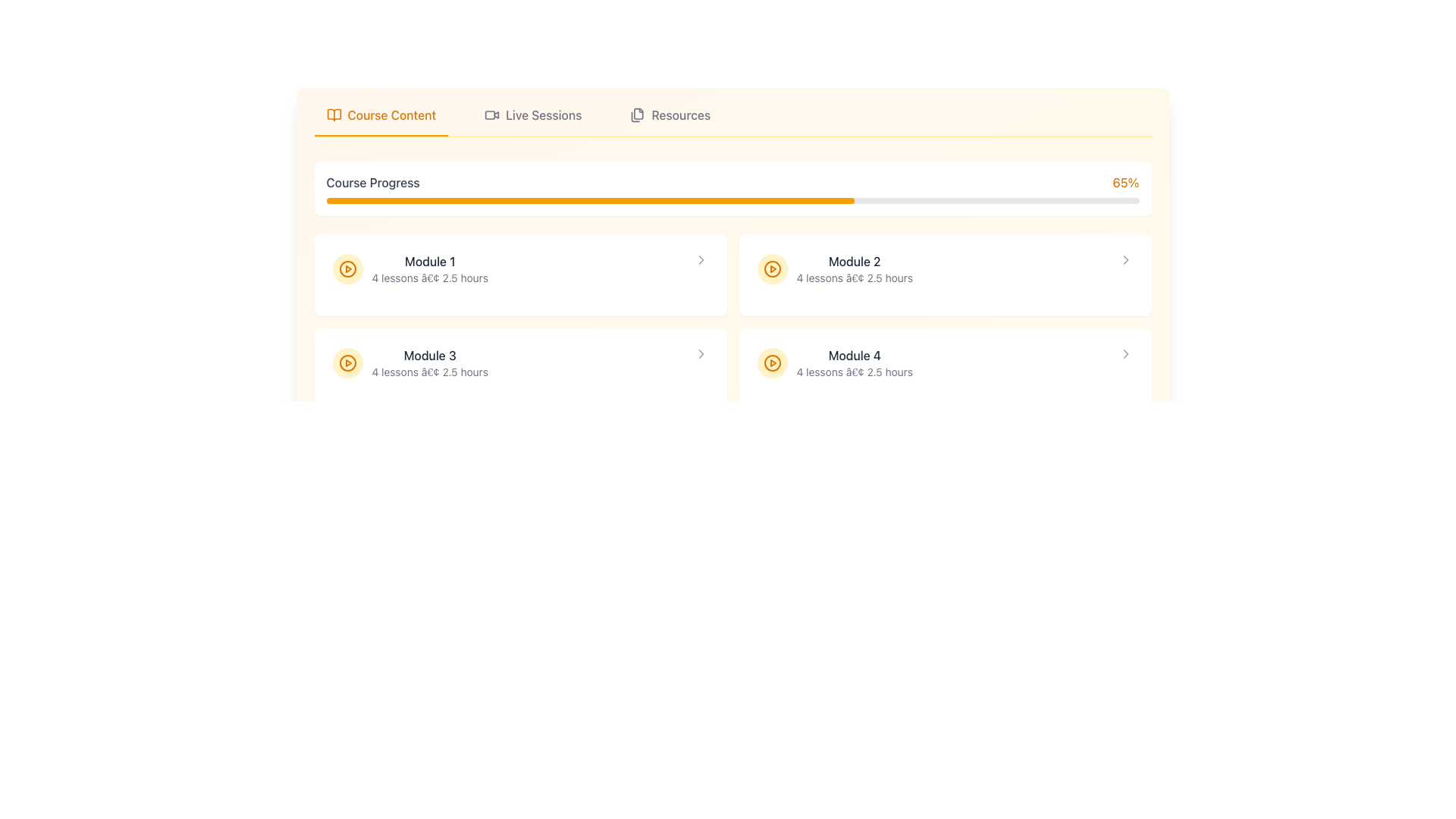  I want to click on the informational content group representing the course module located in the lower-right section of the grid layout, so click(834, 362).